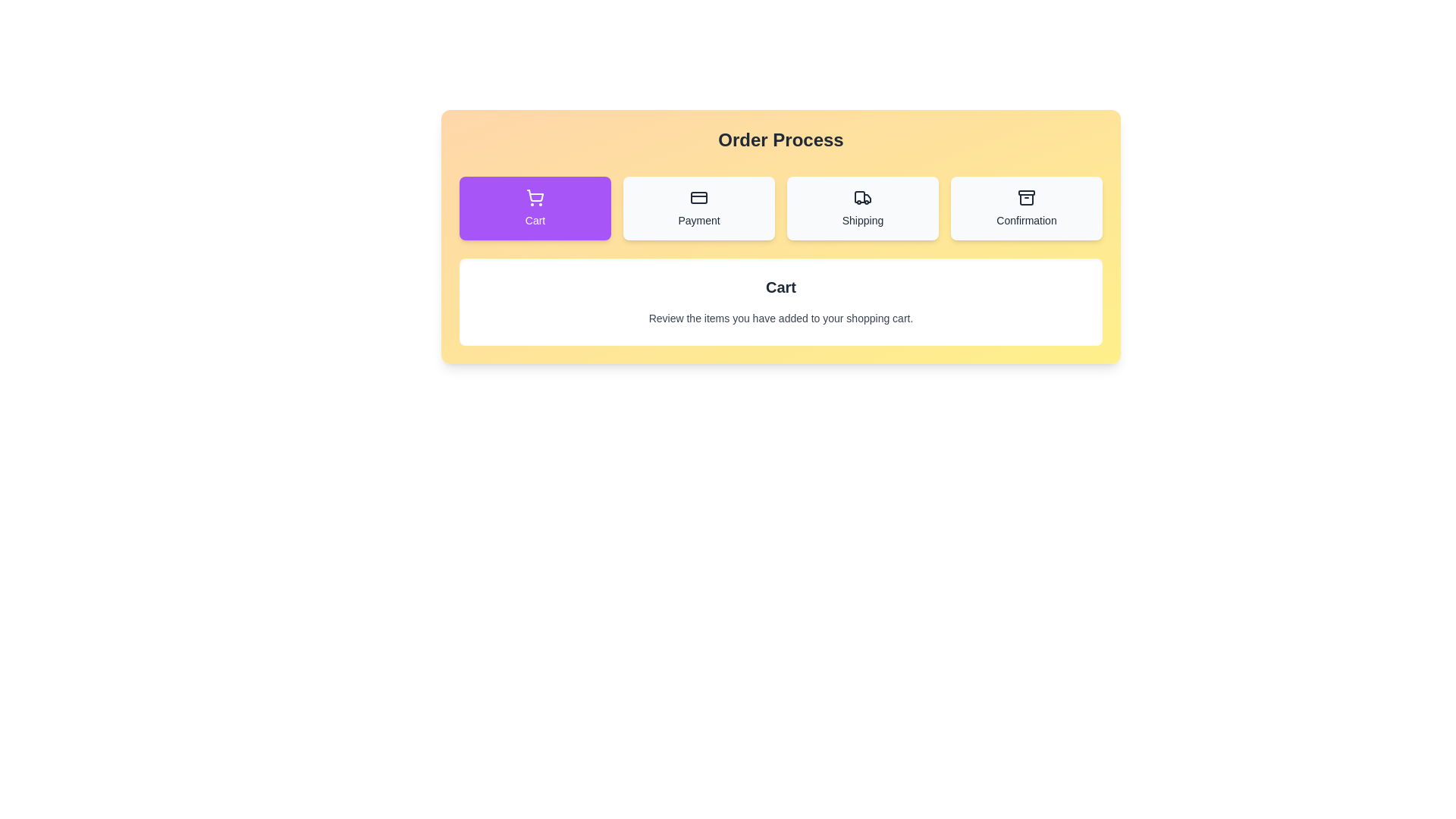  What do you see at coordinates (535, 208) in the screenshot?
I see `the 'Cart' button to view cart details` at bounding box center [535, 208].